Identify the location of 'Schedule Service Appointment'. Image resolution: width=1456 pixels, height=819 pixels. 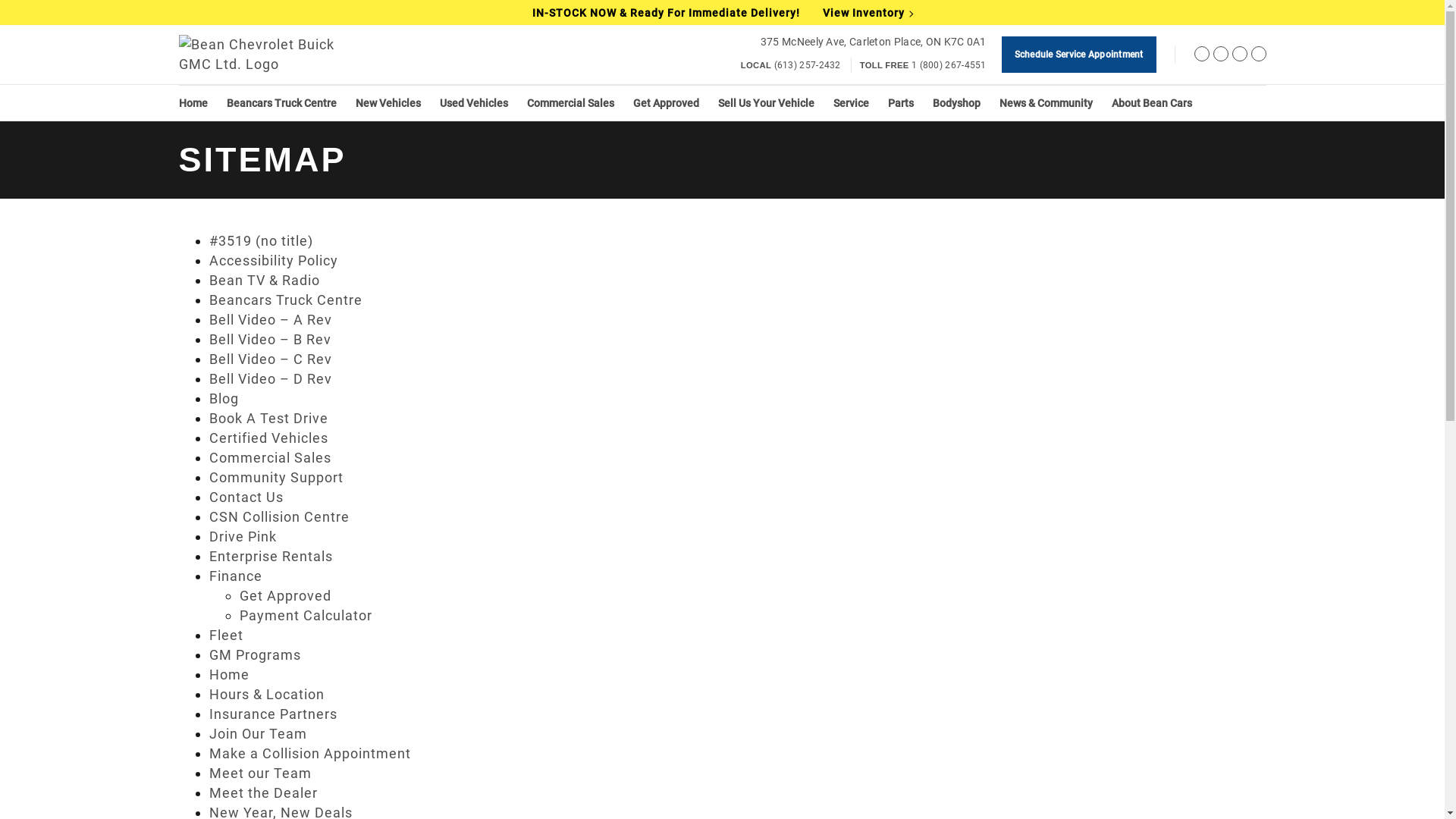
(1078, 54).